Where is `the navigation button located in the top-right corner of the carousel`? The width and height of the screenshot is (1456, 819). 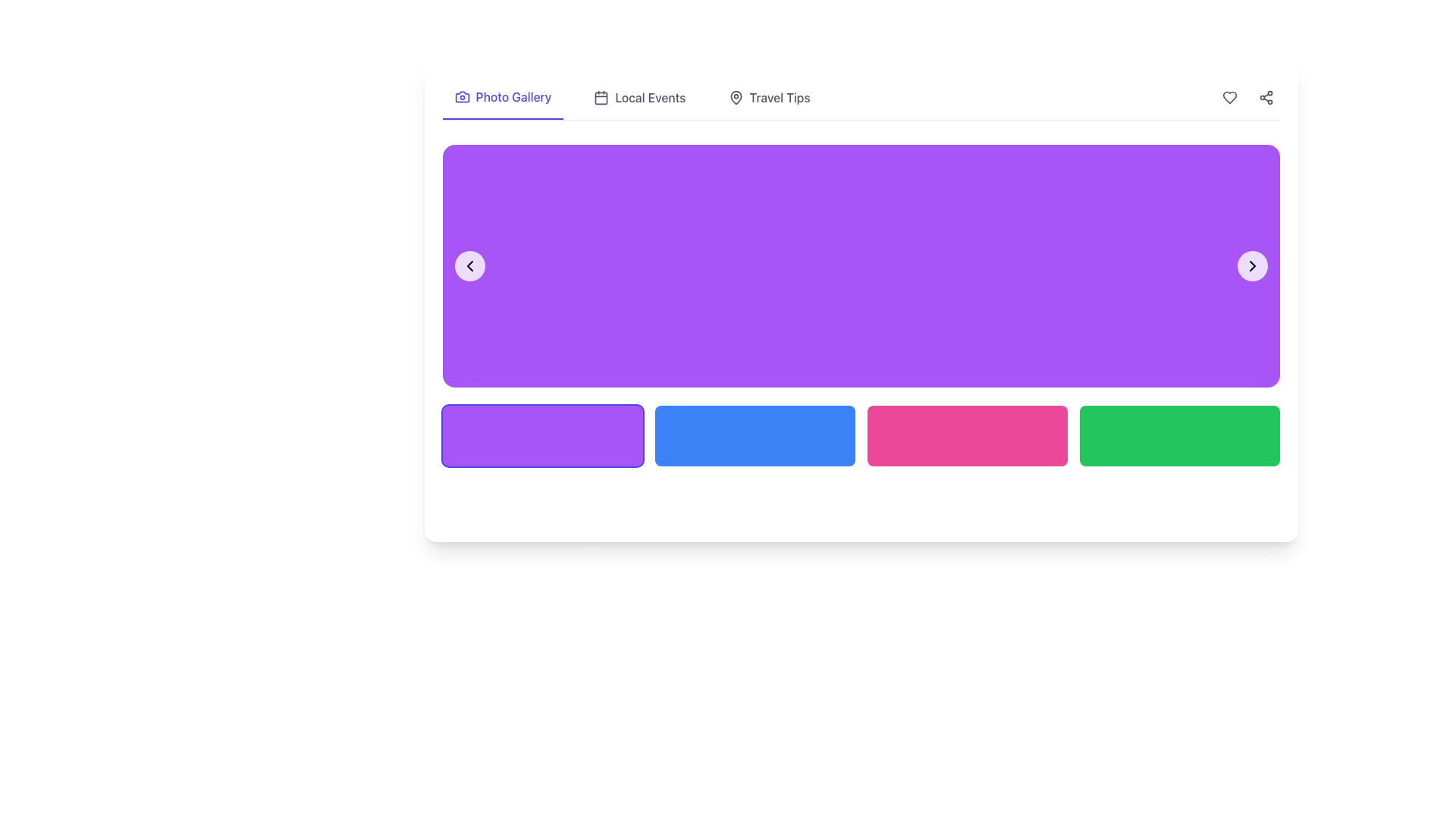 the navigation button located in the top-right corner of the carousel is located at coordinates (1252, 265).